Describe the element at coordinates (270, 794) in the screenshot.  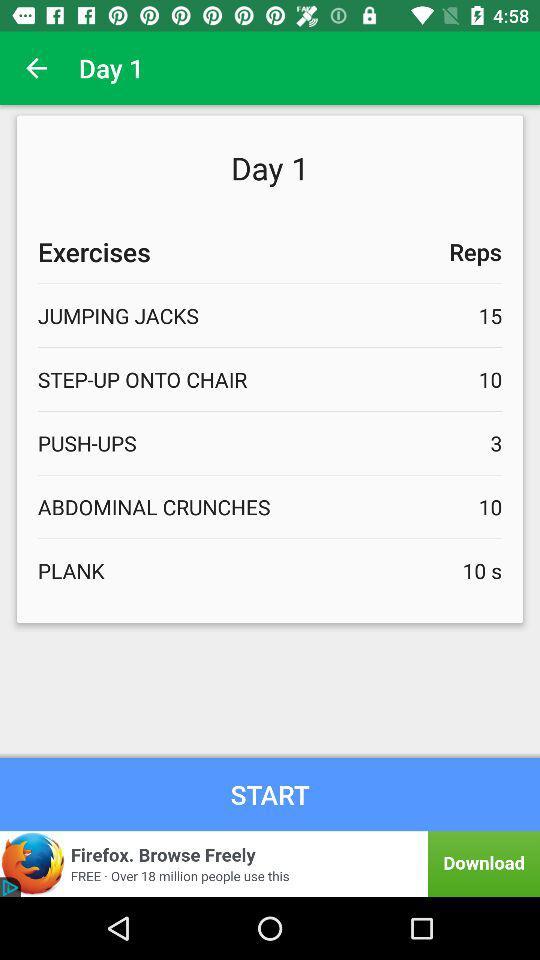
I see `start workout` at that location.